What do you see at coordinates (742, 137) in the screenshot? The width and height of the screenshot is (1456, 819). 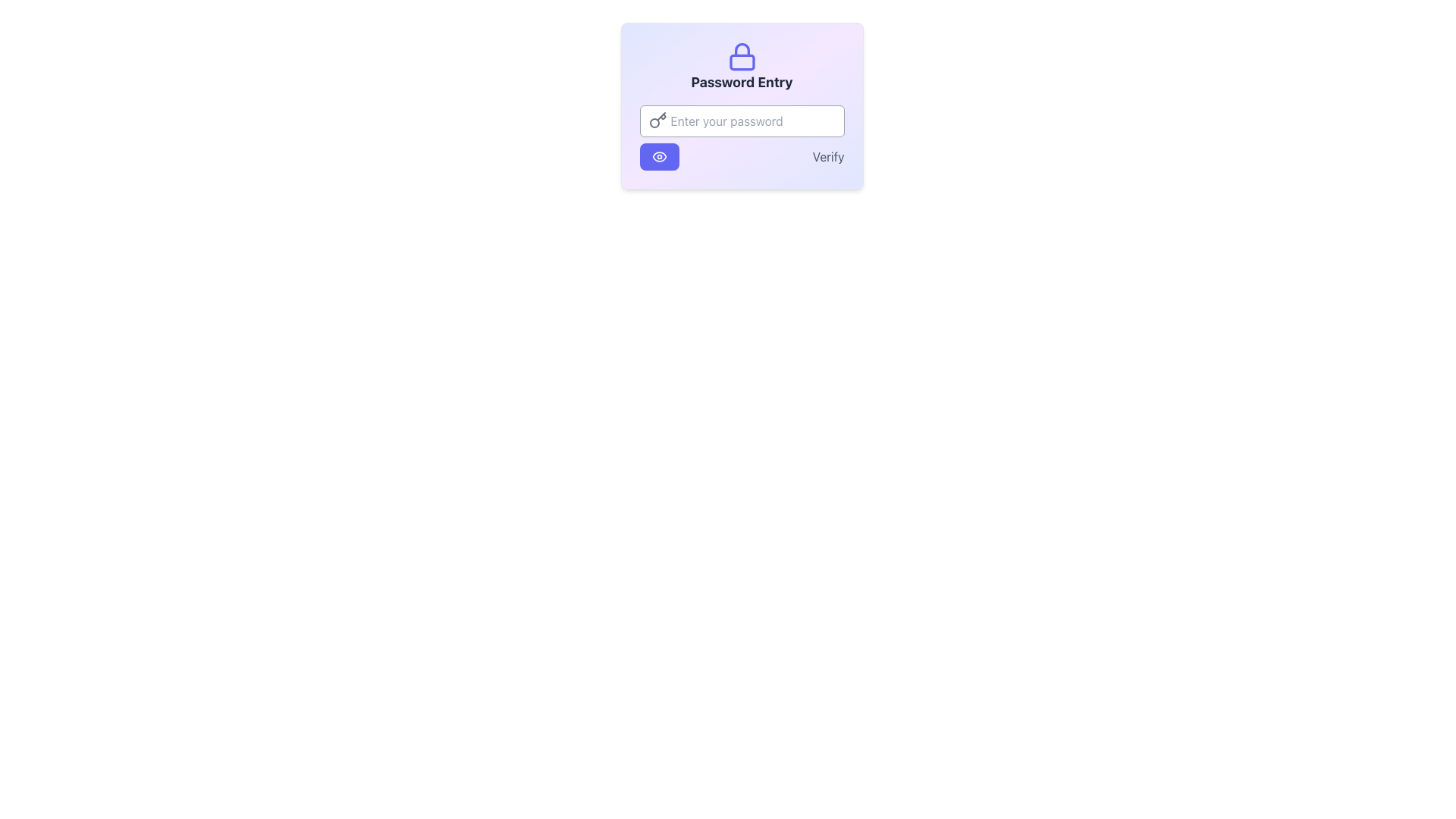 I see `the password entry Text Input Box to focus on it` at bounding box center [742, 137].